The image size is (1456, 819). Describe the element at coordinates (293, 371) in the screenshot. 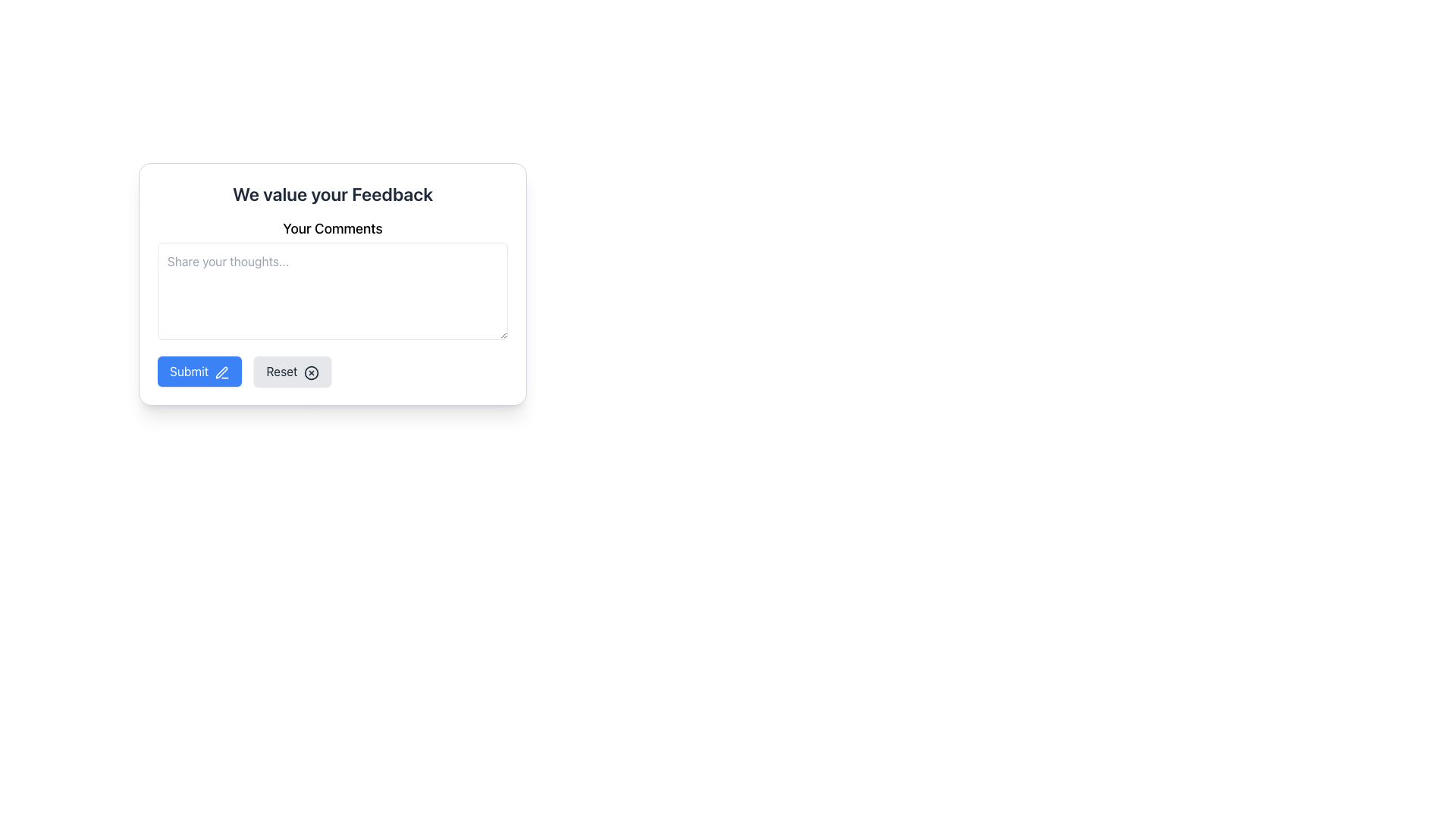

I see `the reset button located to the right of the blue 'Submit' button within the form section below the 'Your Comments' text area` at that location.